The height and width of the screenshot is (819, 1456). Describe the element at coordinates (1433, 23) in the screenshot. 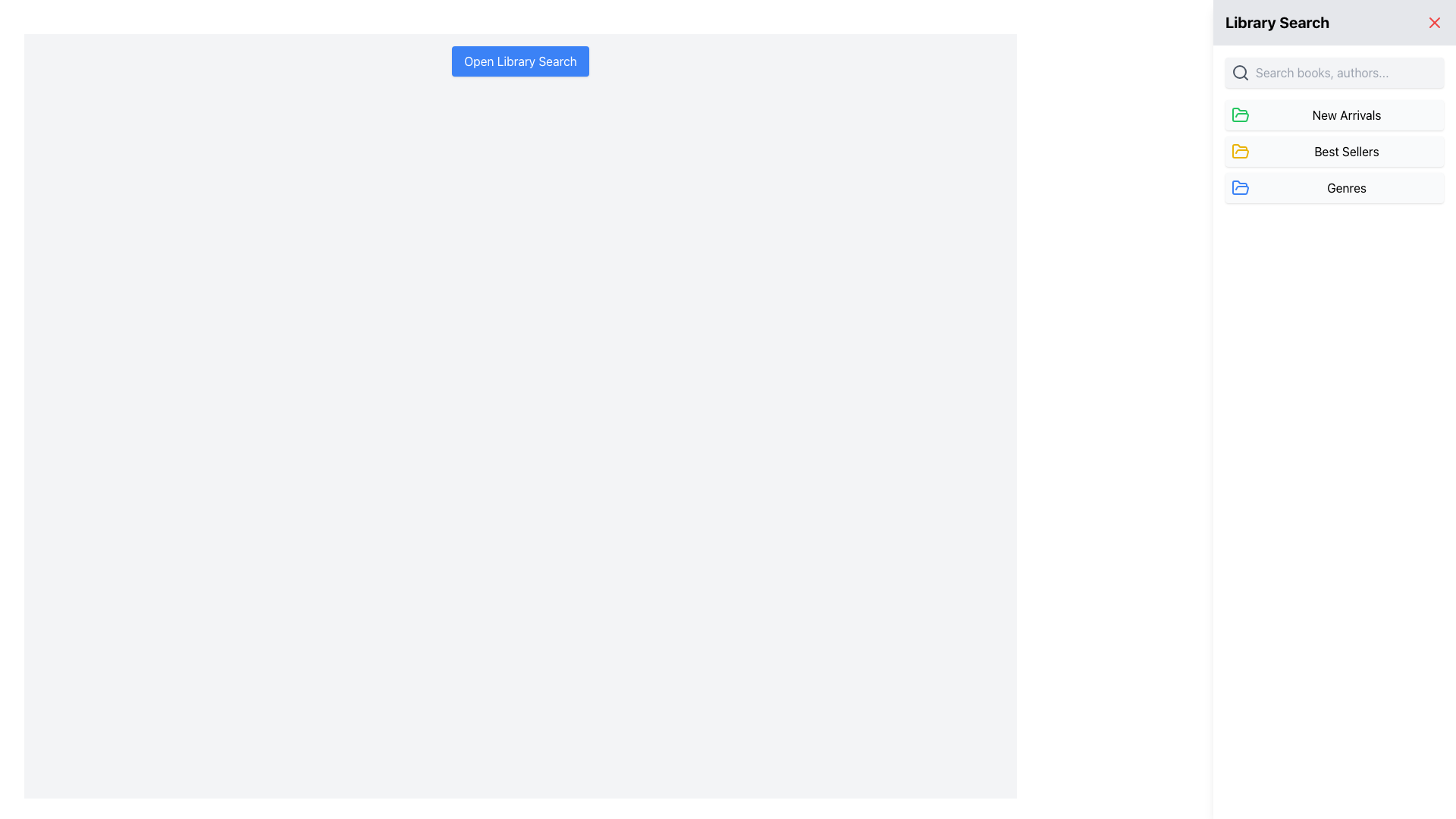

I see `the close button in the top-right corner of the 'Library Search' sidebar` at that location.